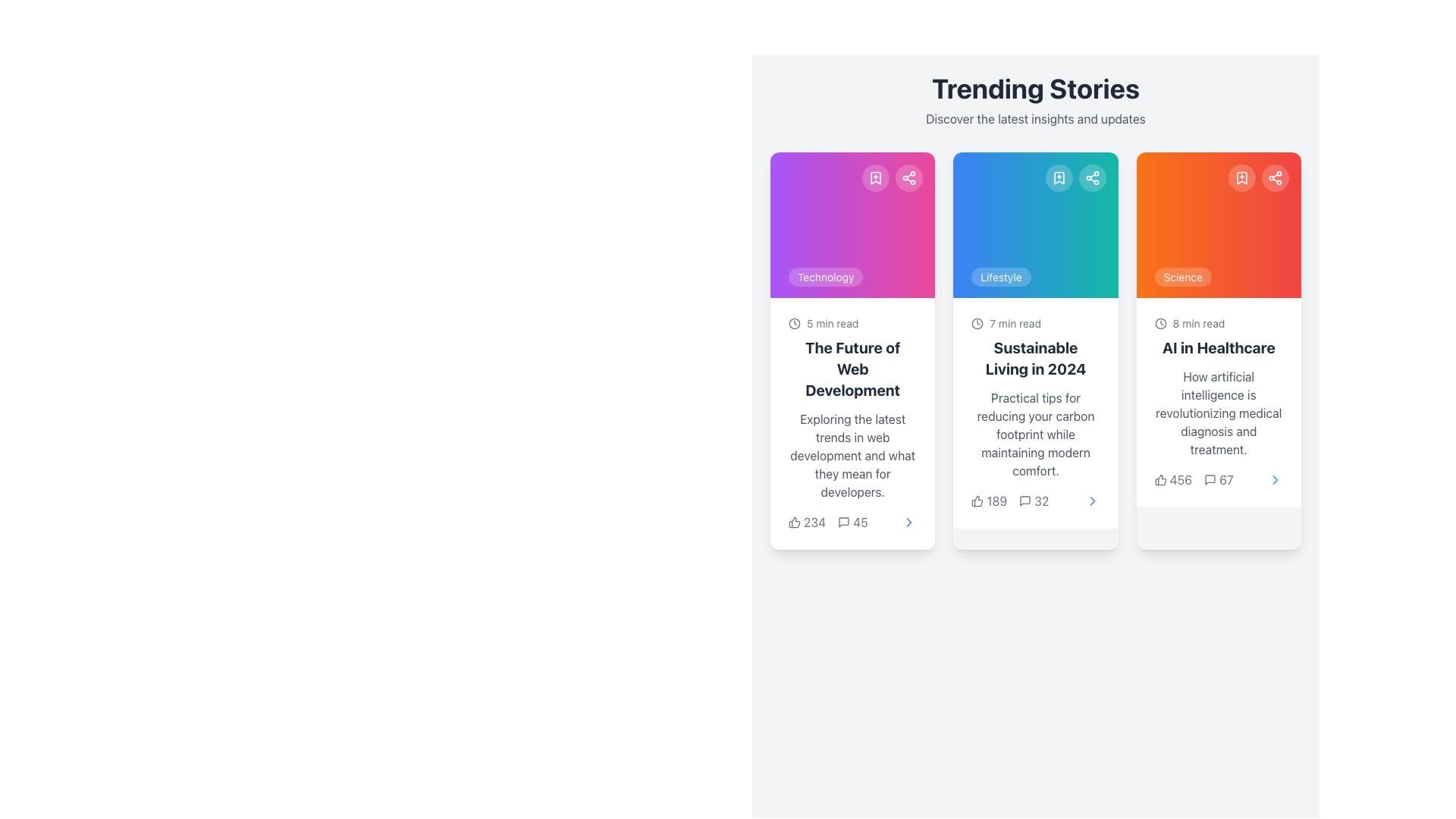  I want to click on the text label with an icon displaying the count of comments or discussions, located at the bottom right of the first card in the 'Trending Stories' section, so click(852, 522).